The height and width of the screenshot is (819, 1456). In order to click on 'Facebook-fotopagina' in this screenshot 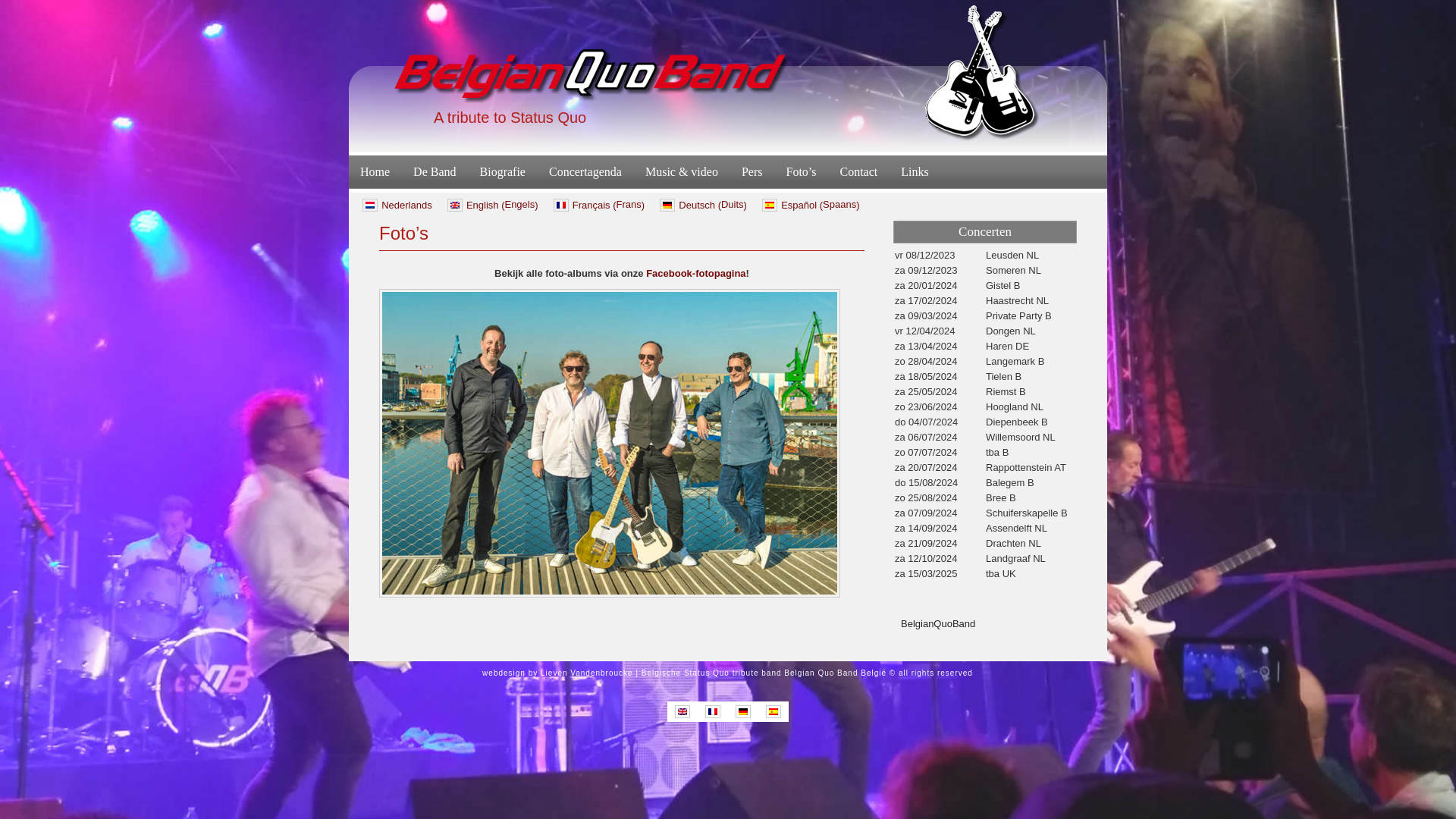, I will do `click(695, 273)`.